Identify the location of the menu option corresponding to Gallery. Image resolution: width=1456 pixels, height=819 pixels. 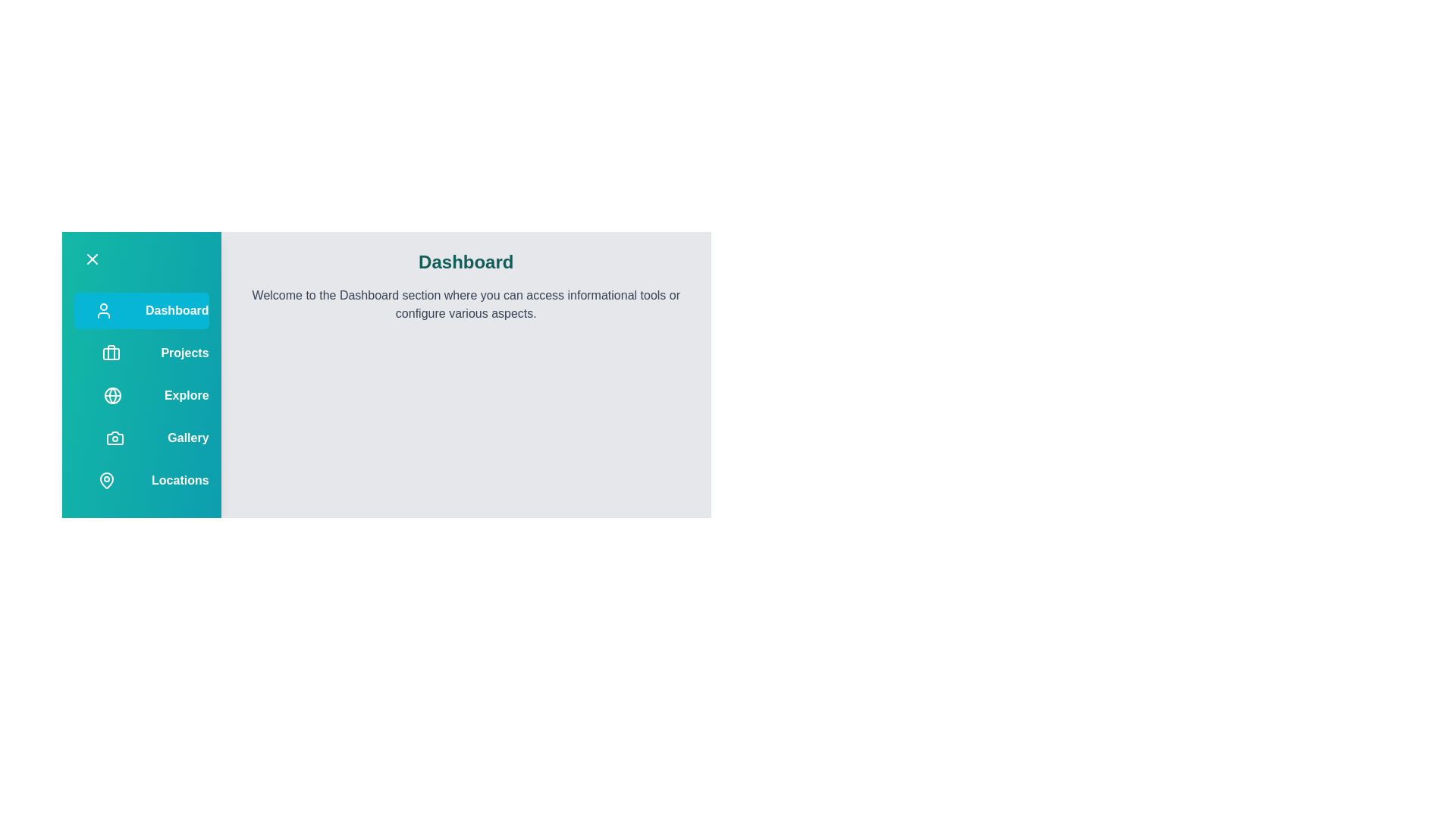
(113, 438).